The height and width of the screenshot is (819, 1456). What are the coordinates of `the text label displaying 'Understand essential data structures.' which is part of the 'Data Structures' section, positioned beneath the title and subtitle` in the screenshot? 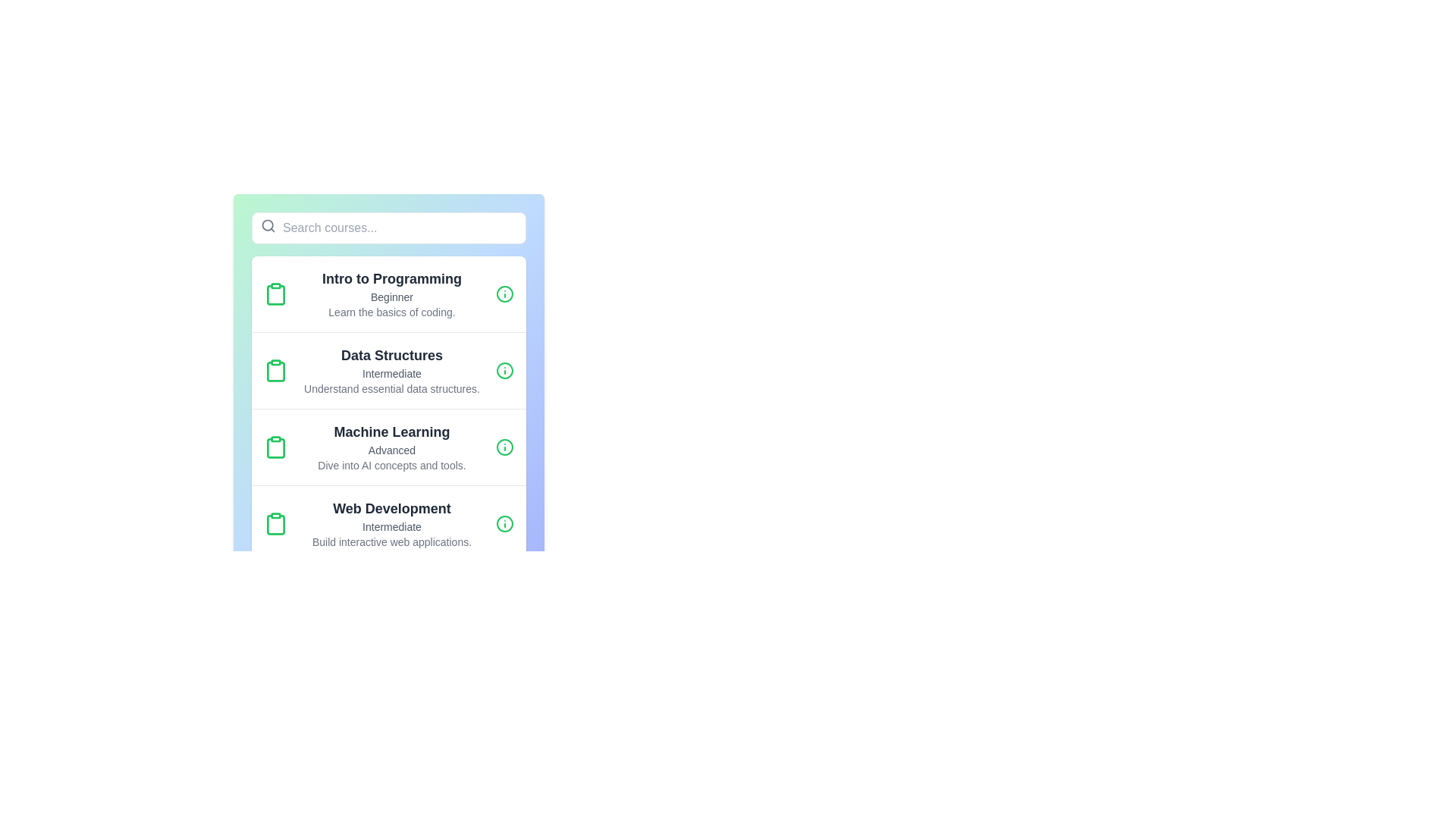 It's located at (392, 388).